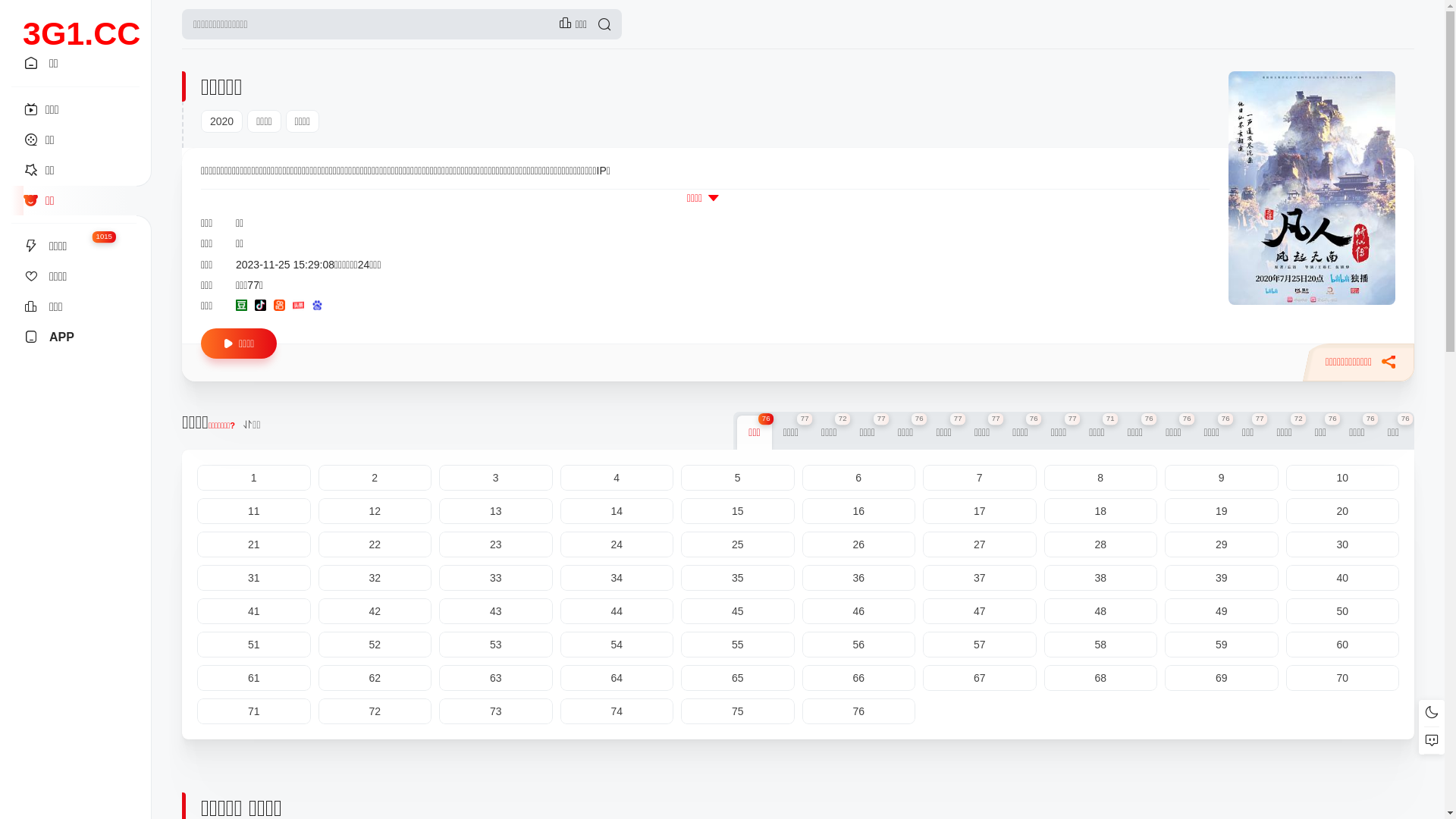 The height and width of the screenshot is (819, 1456). I want to click on '52', so click(375, 644).